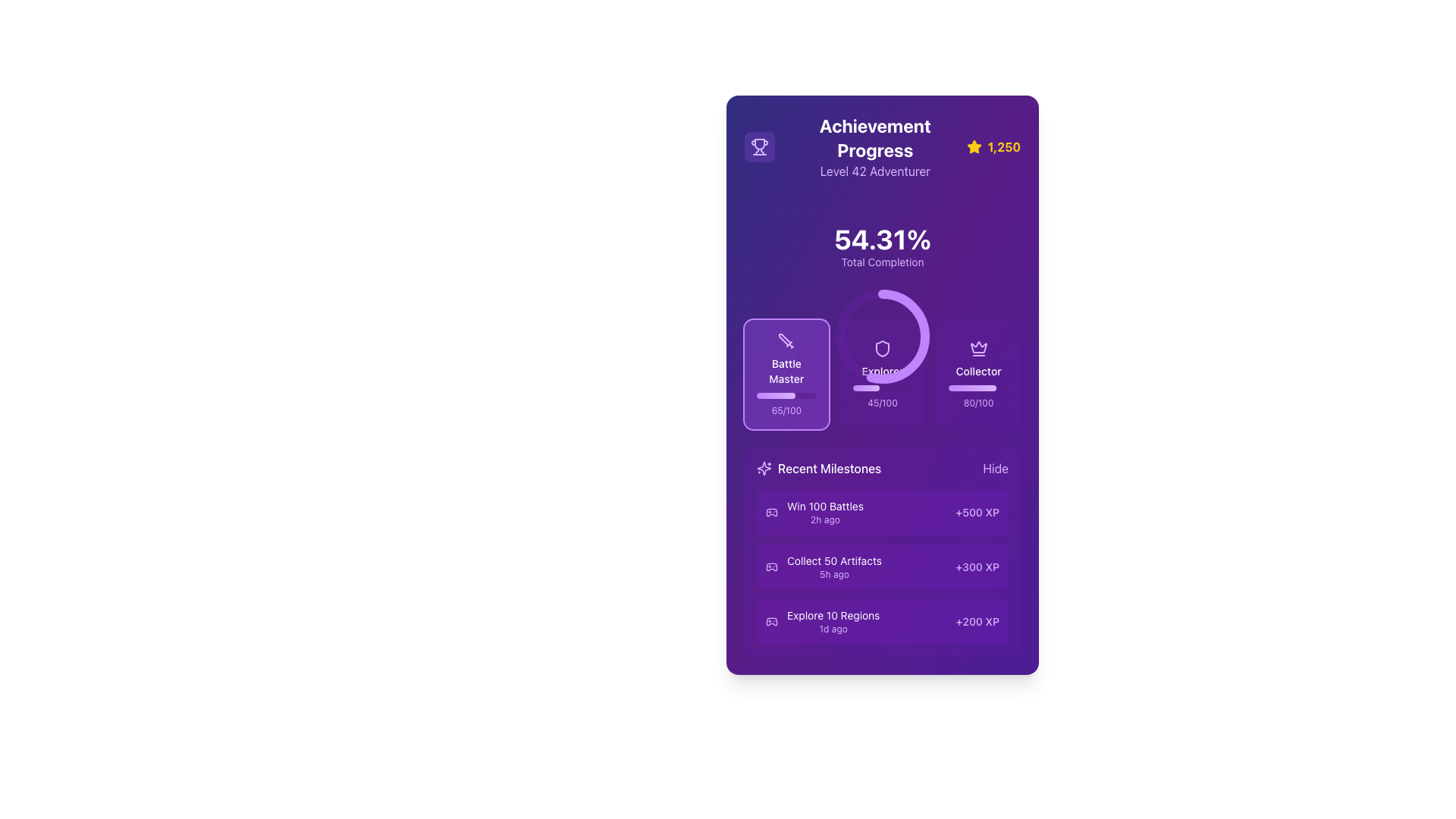  Describe the element at coordinates (974, 146) in the screenshot. I see `the star icon located in the top-right corner of the purple card, which serves as a visual indicator for rewards associated with the numerical value '1,250'` at that location.